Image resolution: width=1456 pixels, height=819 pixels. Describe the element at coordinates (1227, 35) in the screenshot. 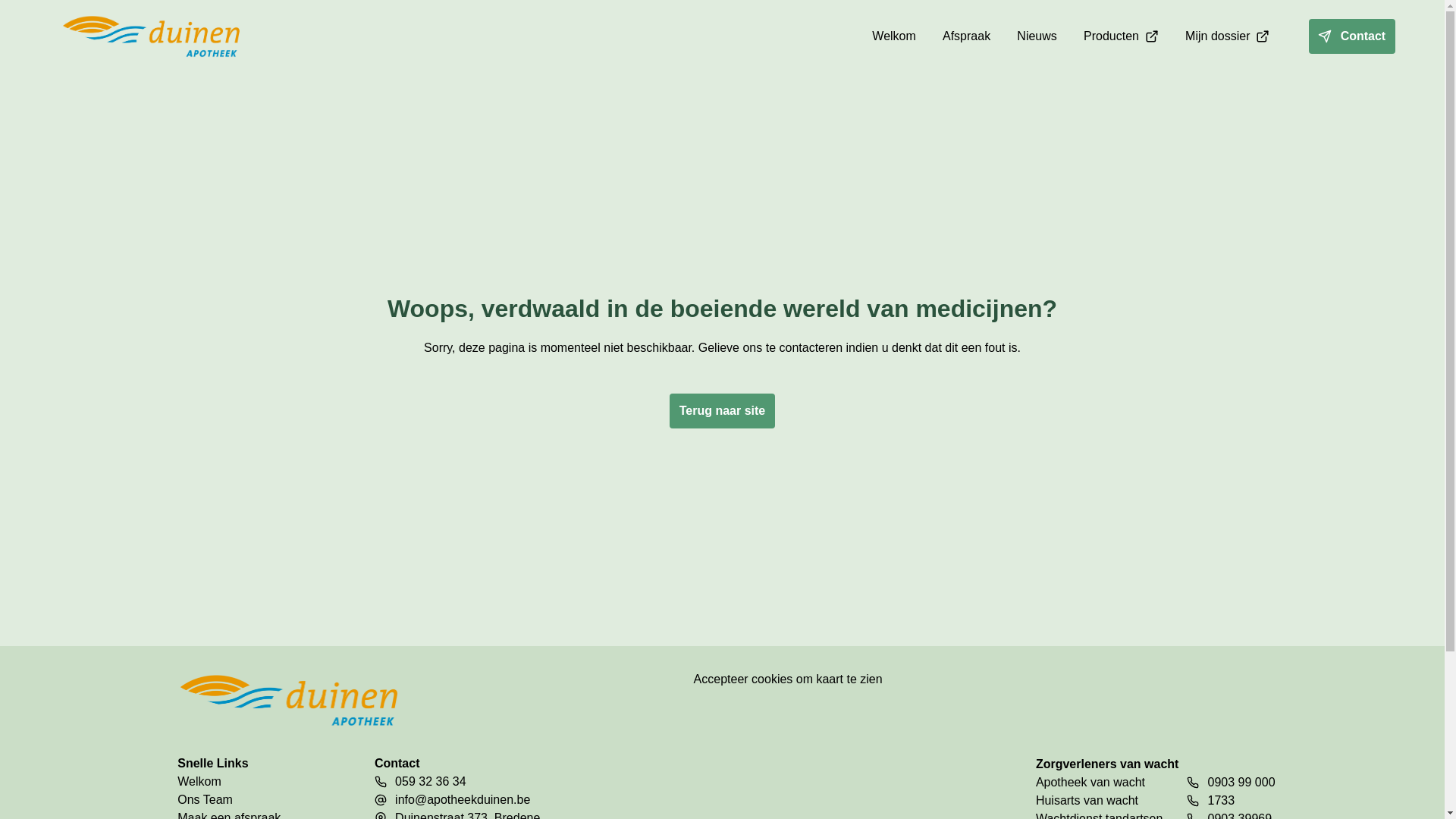

I see `'Mijn dossier'` at that location.